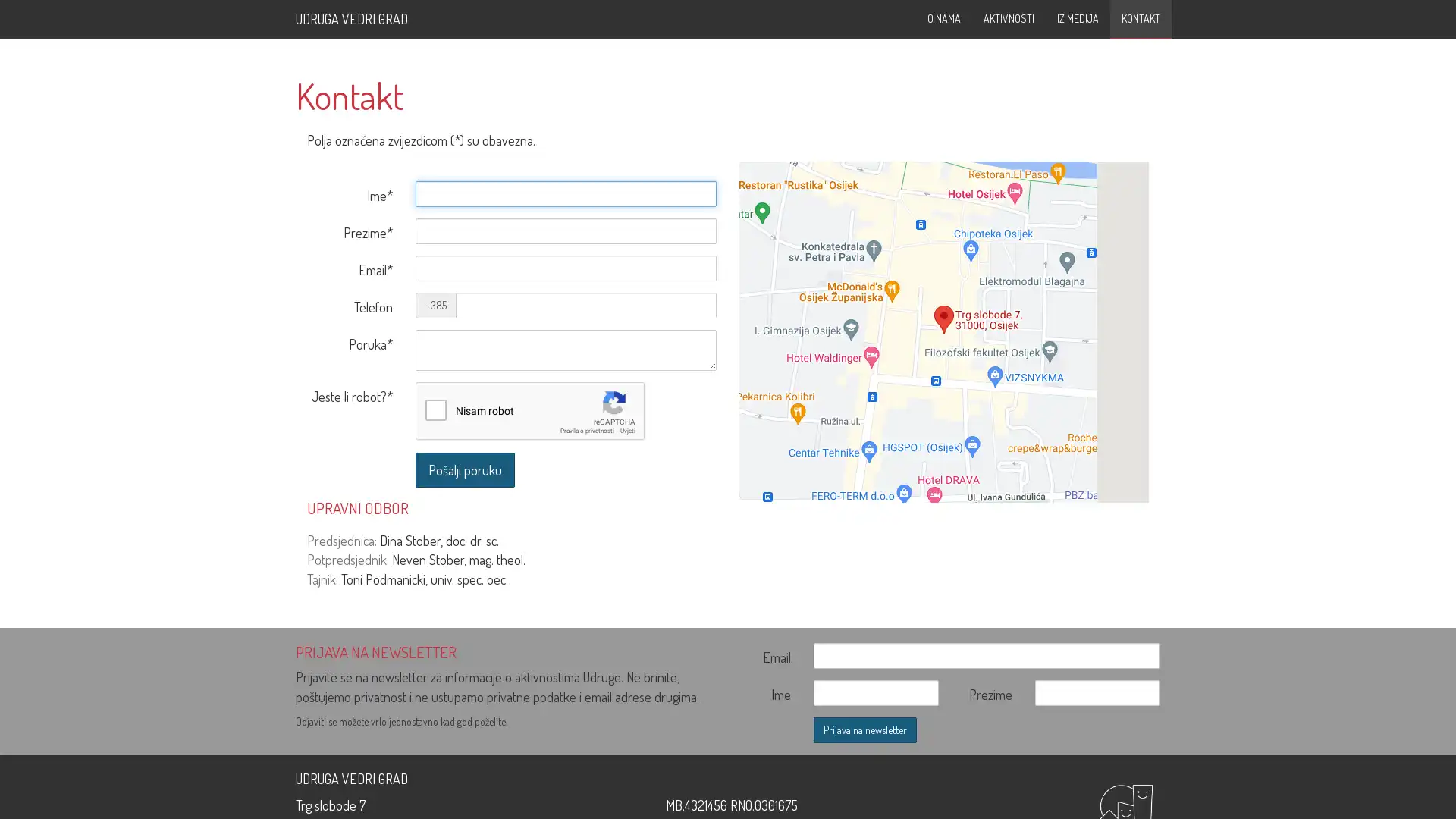 This screenshot has width=1456, height=819. I want to click on Posalji poruku, so click(463, 468).